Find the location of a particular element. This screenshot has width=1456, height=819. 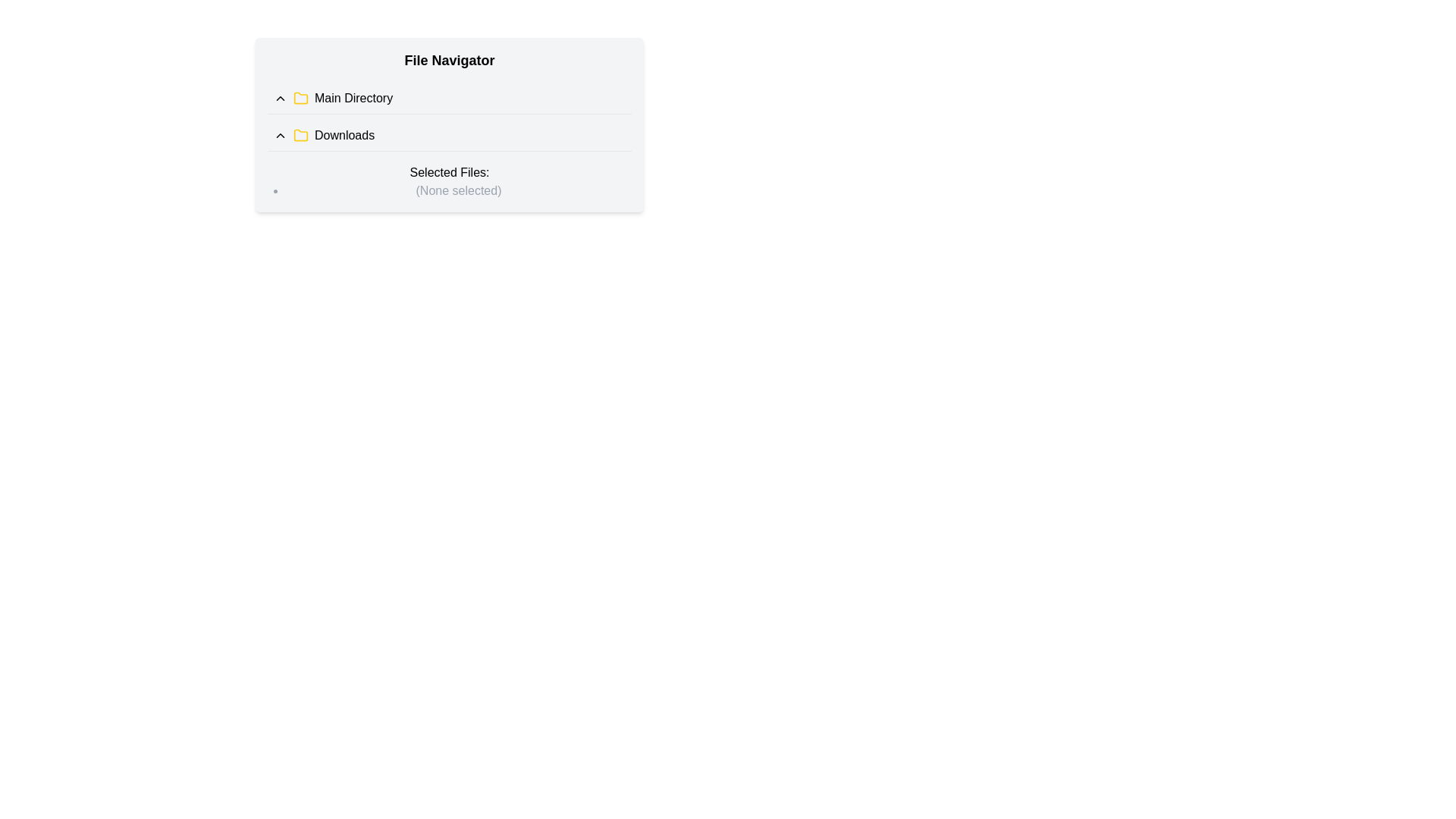

the top collapsible directory item is located at coordinates (449, 99).